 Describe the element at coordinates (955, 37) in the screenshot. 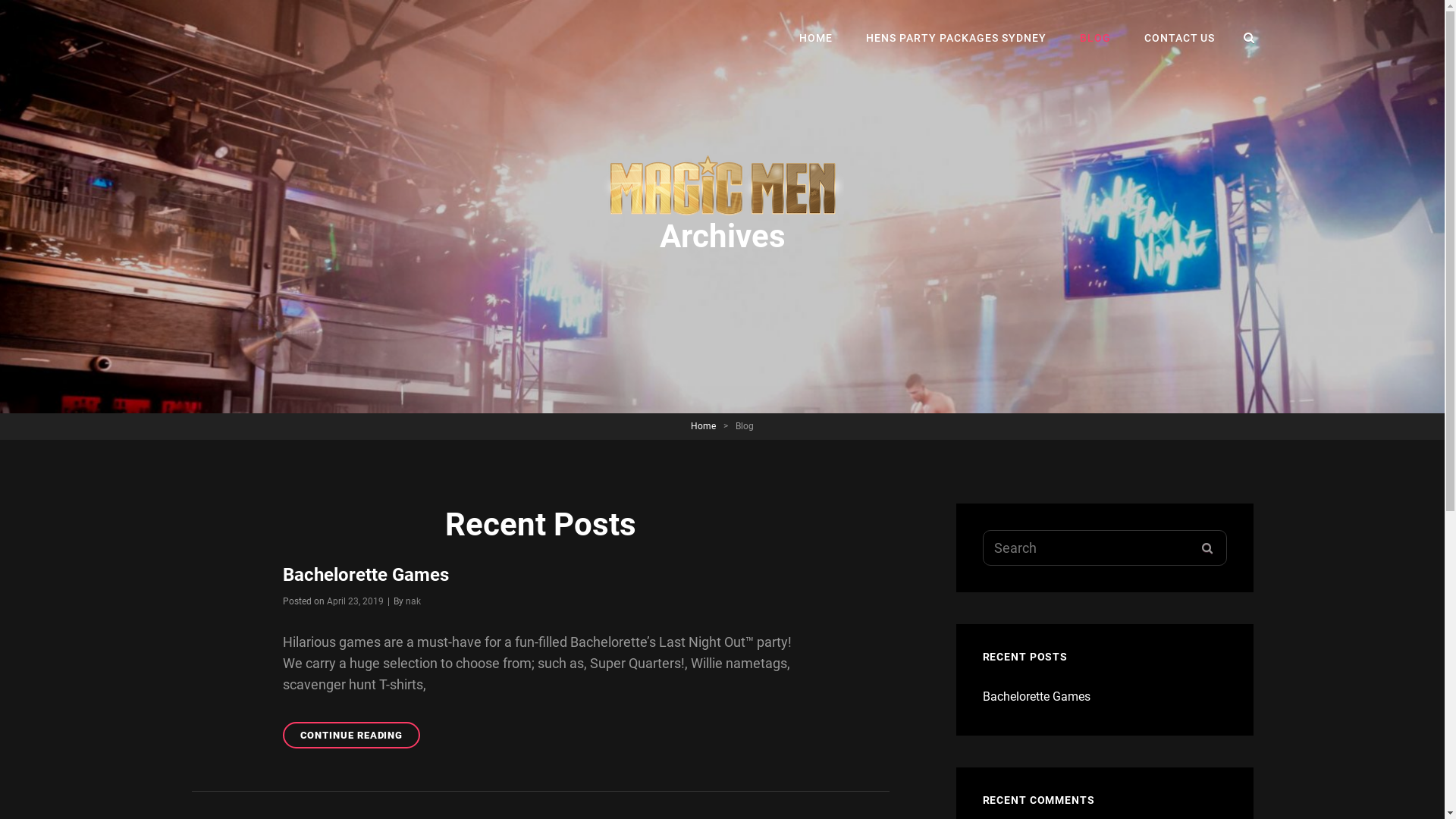

I see `'HENS PARTY PACKAGES SYDNEY'` at that location.